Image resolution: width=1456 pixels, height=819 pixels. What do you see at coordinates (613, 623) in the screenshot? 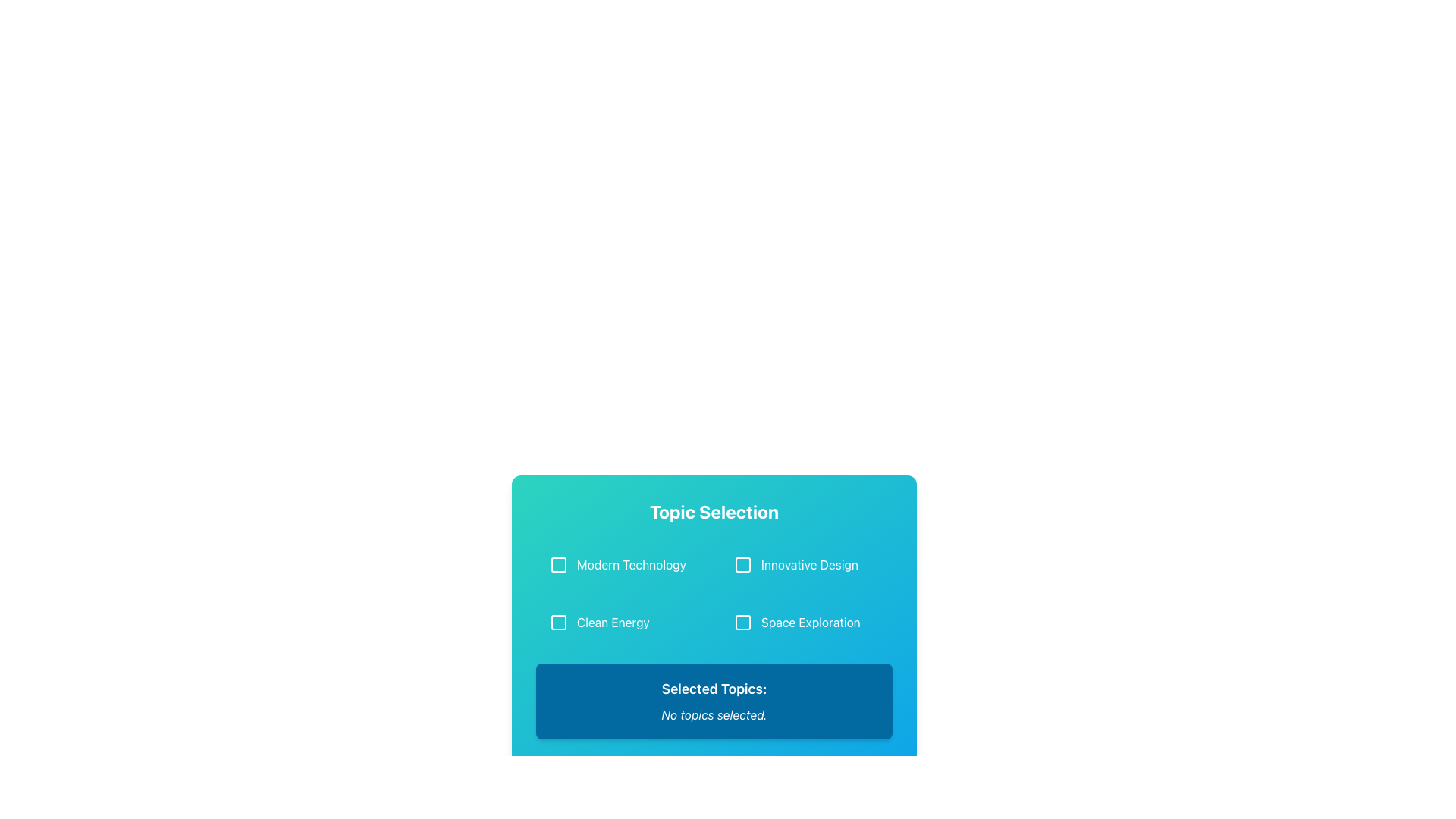
I see `the 'Clean Energy' text label, which is styled in white sans-serif font on a teal background, located within the 'Topic Selection' card as the third option in the list` at bounding box center [613, 623].